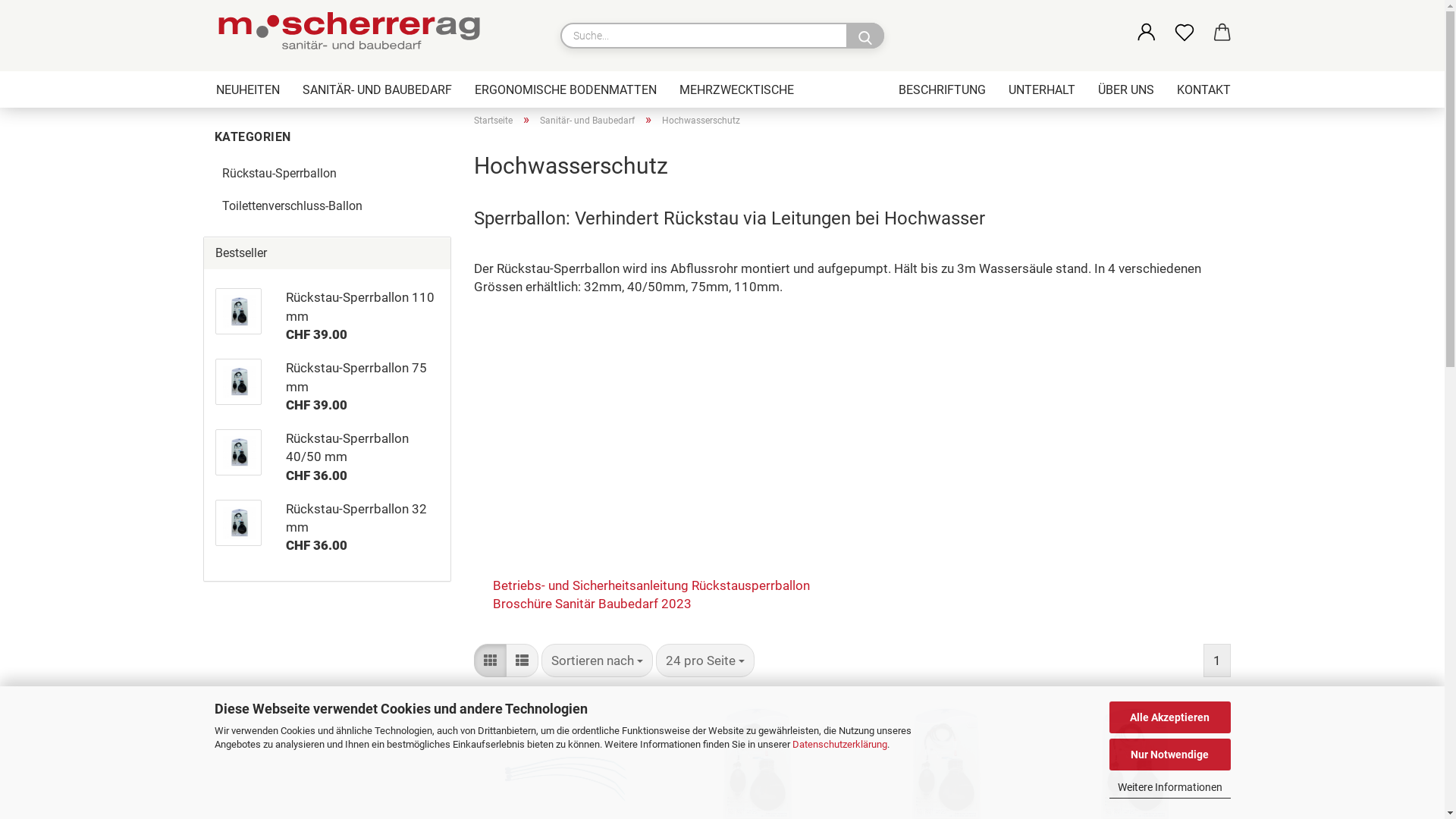  I want to click on 'M. SCHERRER AG', so click(352, 34).